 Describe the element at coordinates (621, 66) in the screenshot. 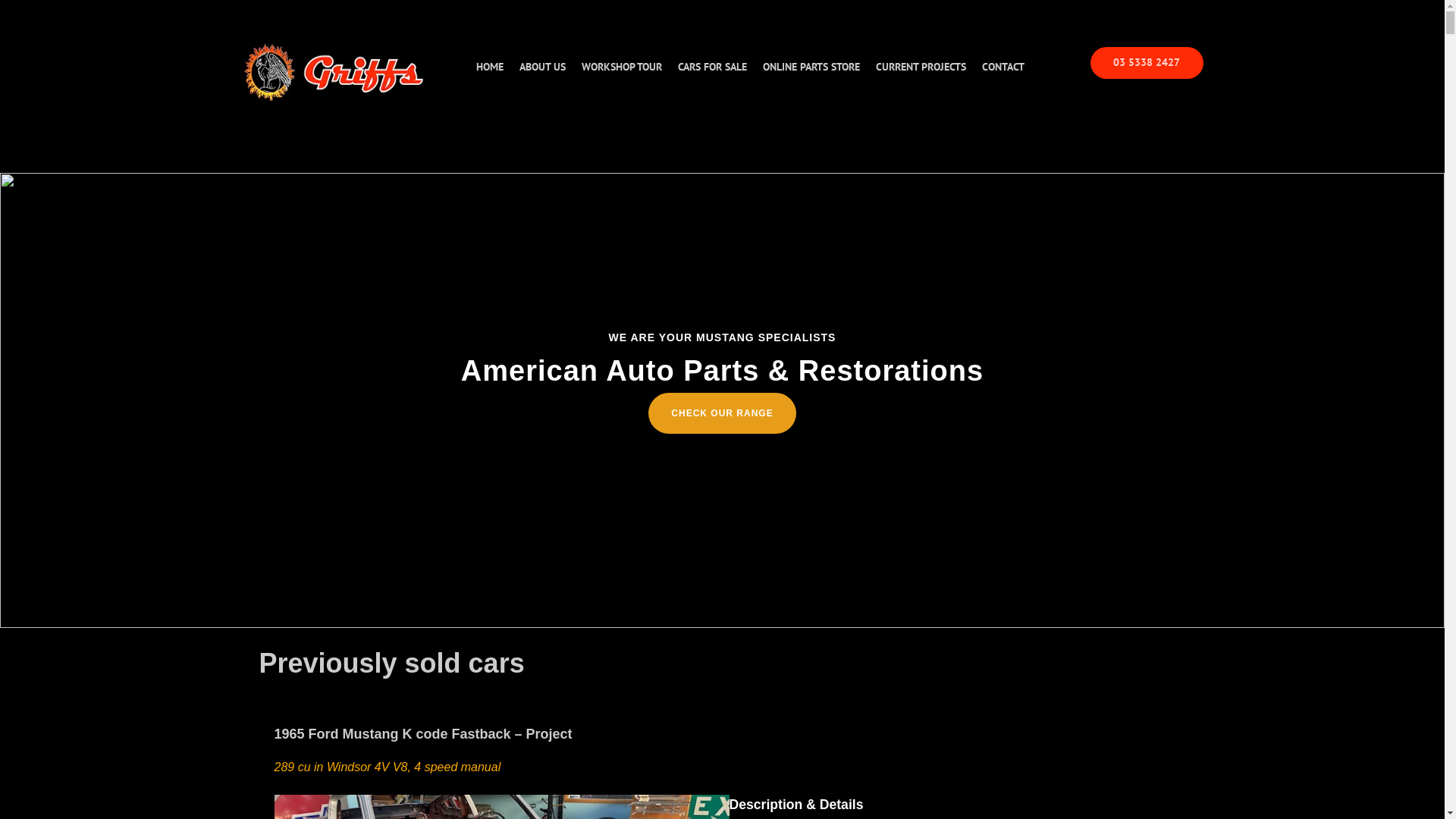

I see `'WORKSHOP TOUR'` at that location.